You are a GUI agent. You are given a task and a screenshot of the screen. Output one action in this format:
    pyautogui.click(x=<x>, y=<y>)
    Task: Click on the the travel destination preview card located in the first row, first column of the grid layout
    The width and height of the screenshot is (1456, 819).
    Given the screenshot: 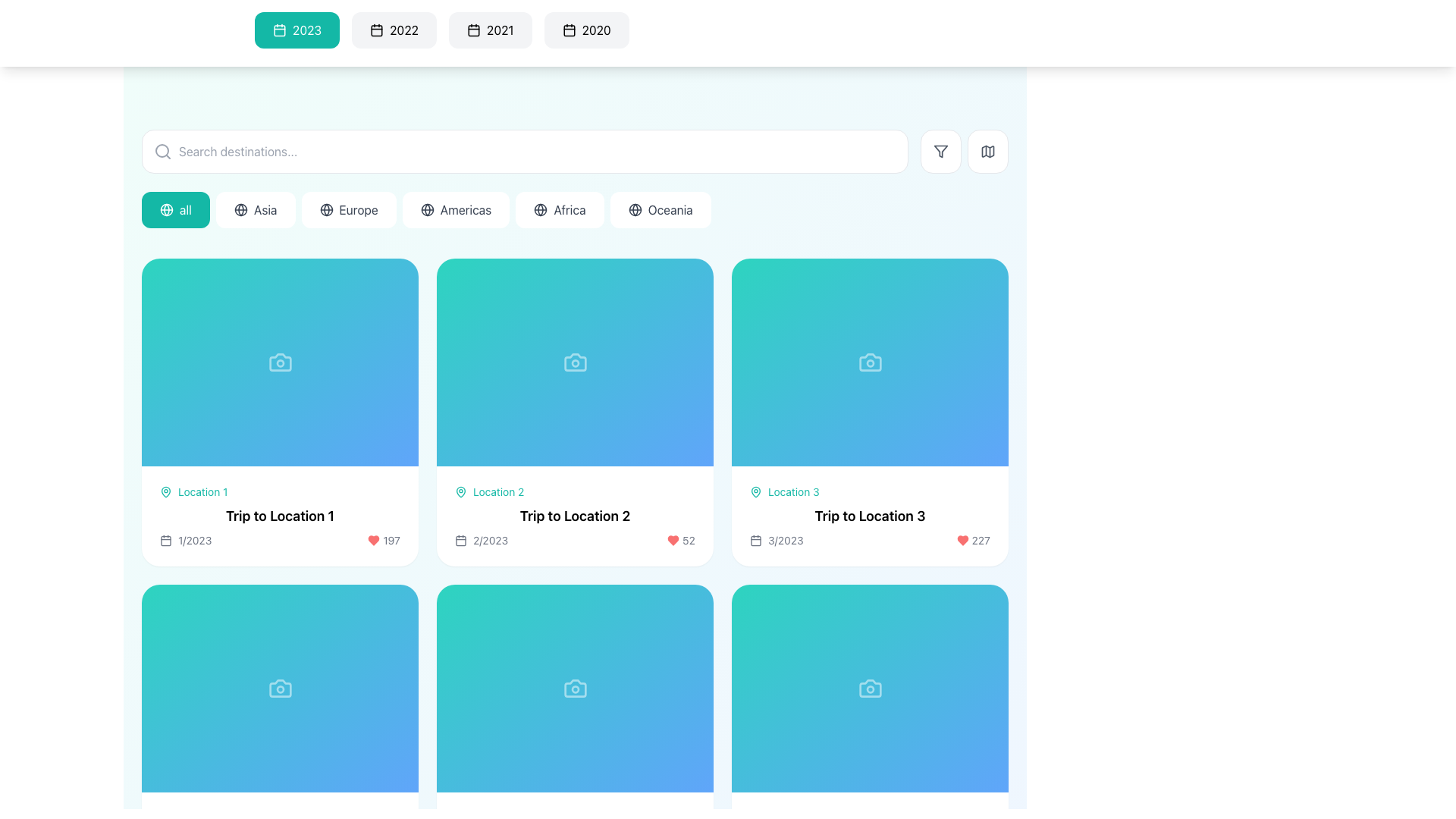 What is the action you would take?
    pyautogui.click(x=280, y=412)
    